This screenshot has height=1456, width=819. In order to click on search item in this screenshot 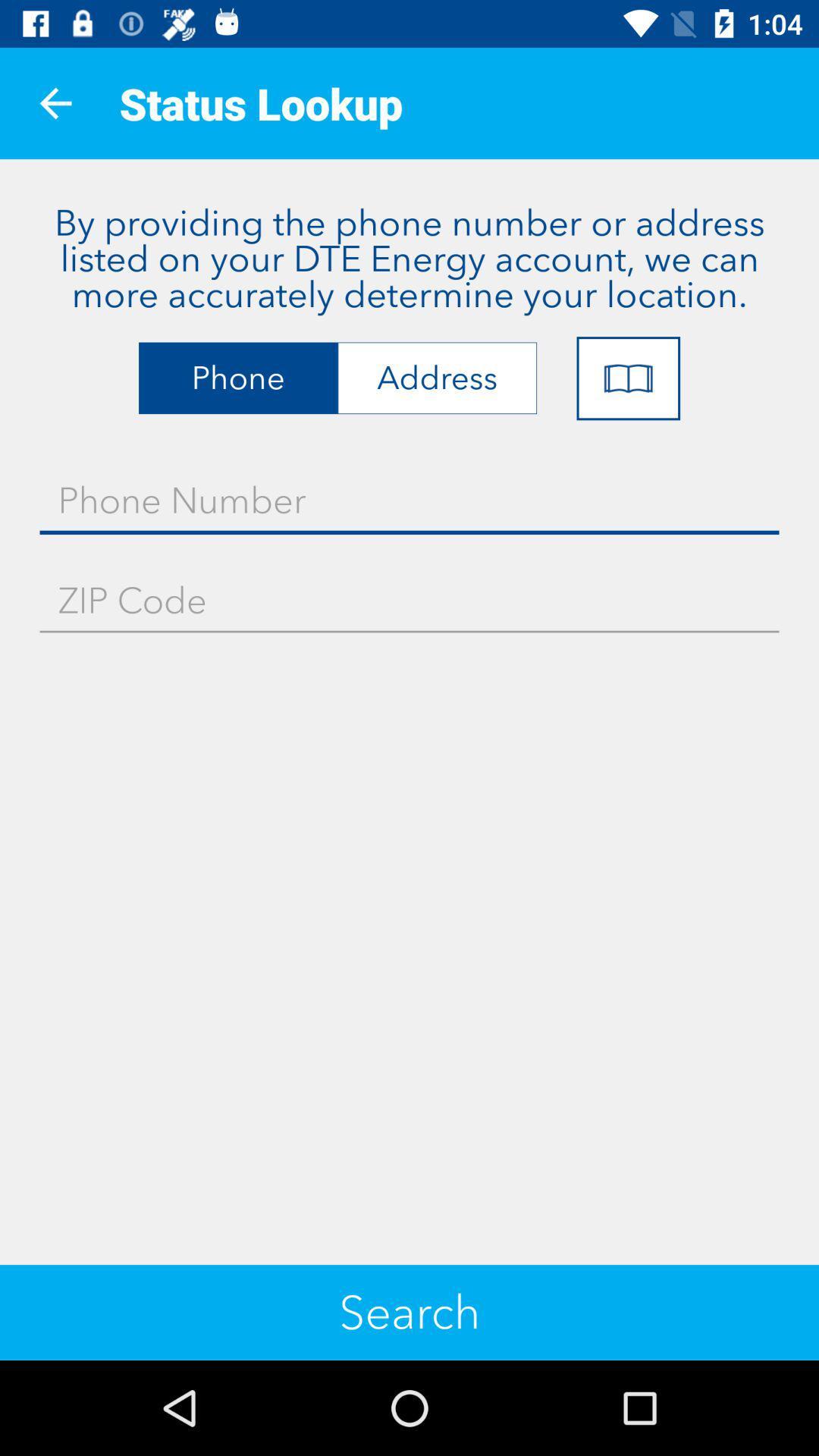, I will do `click(409, 1312)`.